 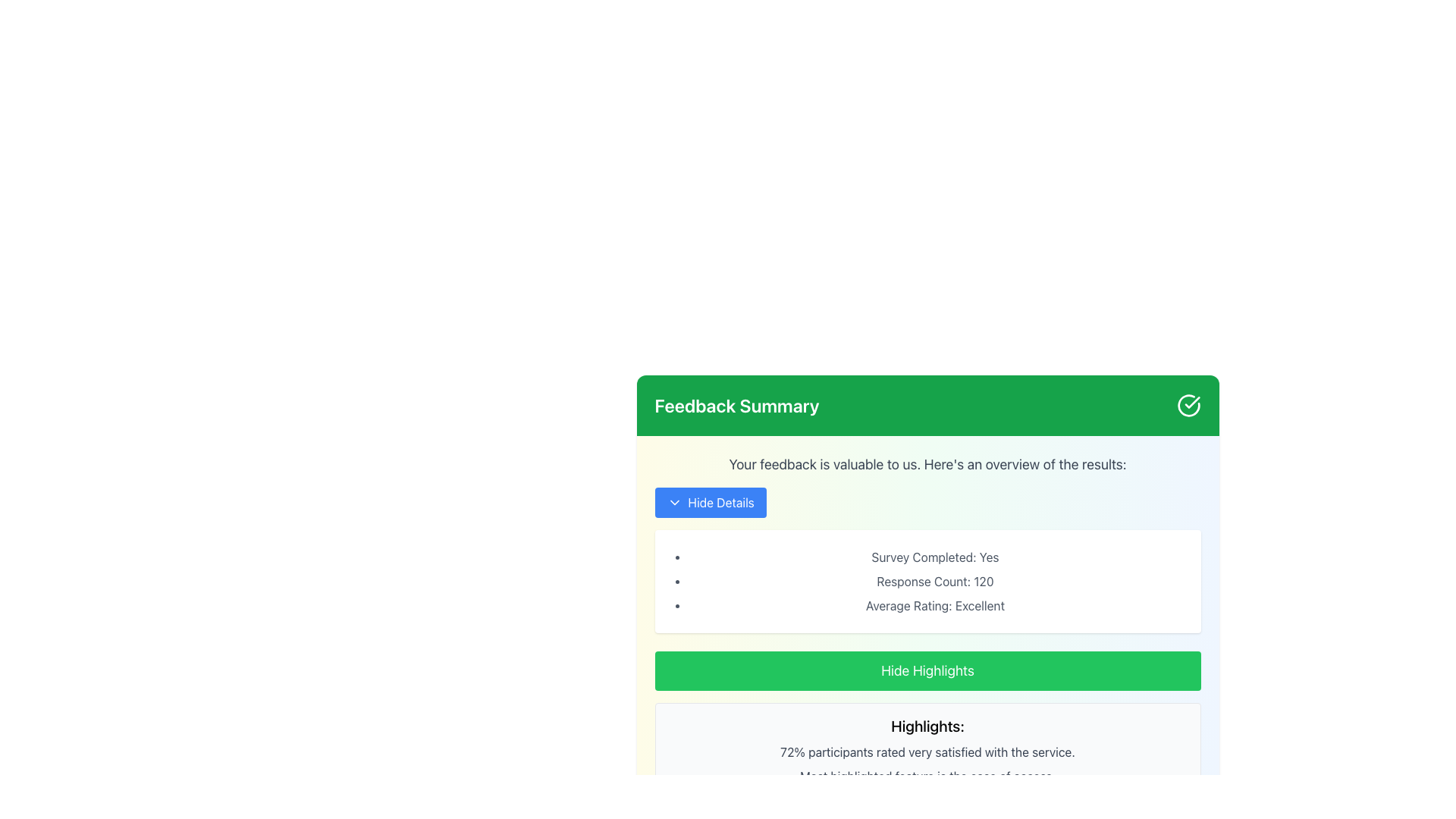 I want to click on content displayed in the Text display area located in the middle section of the 'Feedback Summary' card, directly below the section header and above the 'Hide Highlights' button, so click(x=927, y=581).